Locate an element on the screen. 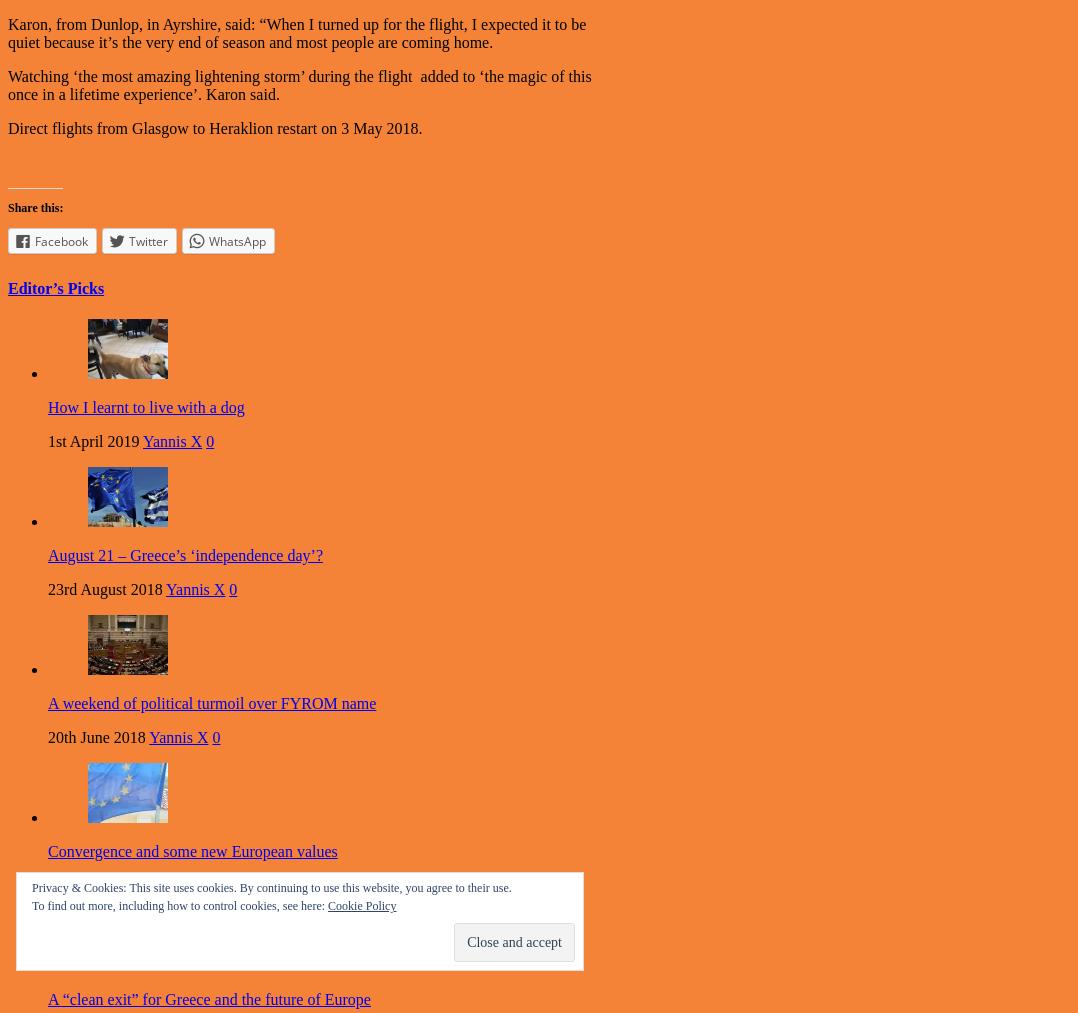 Image resolution: width=1078 pixels, height=1013 pixels. 'WhatsApp' is located at coordinates (236, 239).